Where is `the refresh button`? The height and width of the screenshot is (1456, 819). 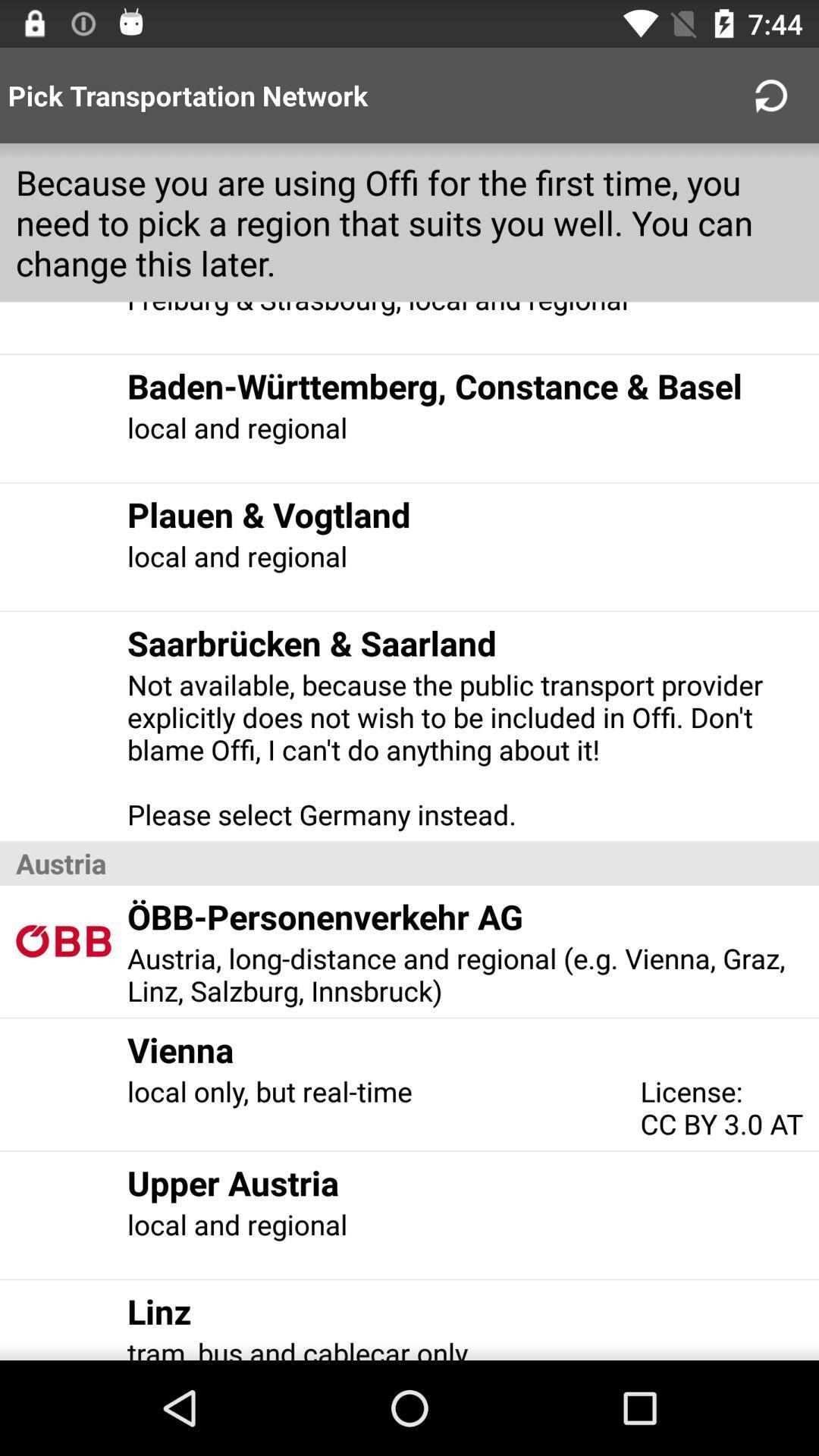 the refresh button is located at coordinates (771, 94).